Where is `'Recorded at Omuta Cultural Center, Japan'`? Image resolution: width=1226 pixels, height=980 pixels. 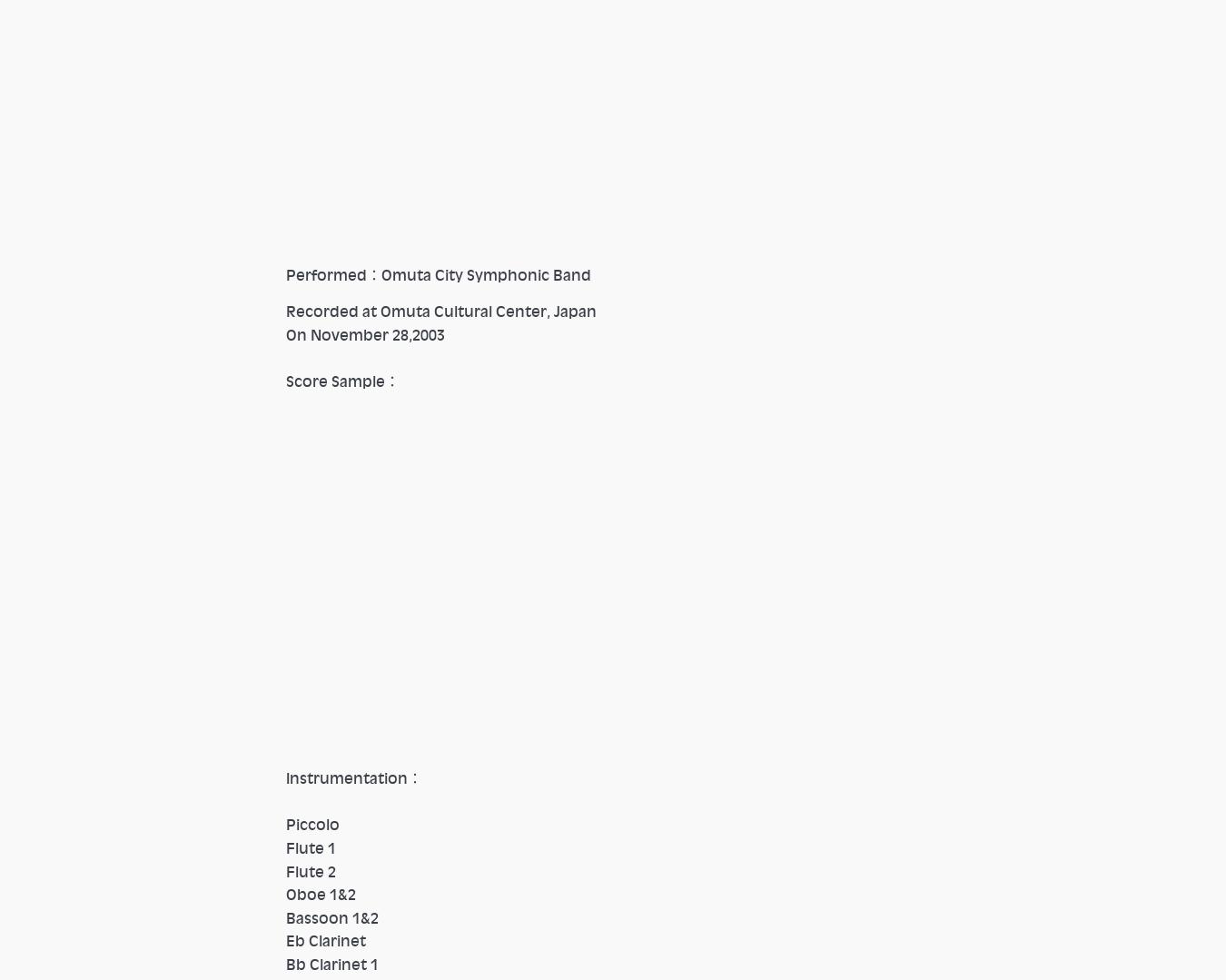 'Recorded at Omuta Cultural Center, Japan' is located at coordinates (440, 312).